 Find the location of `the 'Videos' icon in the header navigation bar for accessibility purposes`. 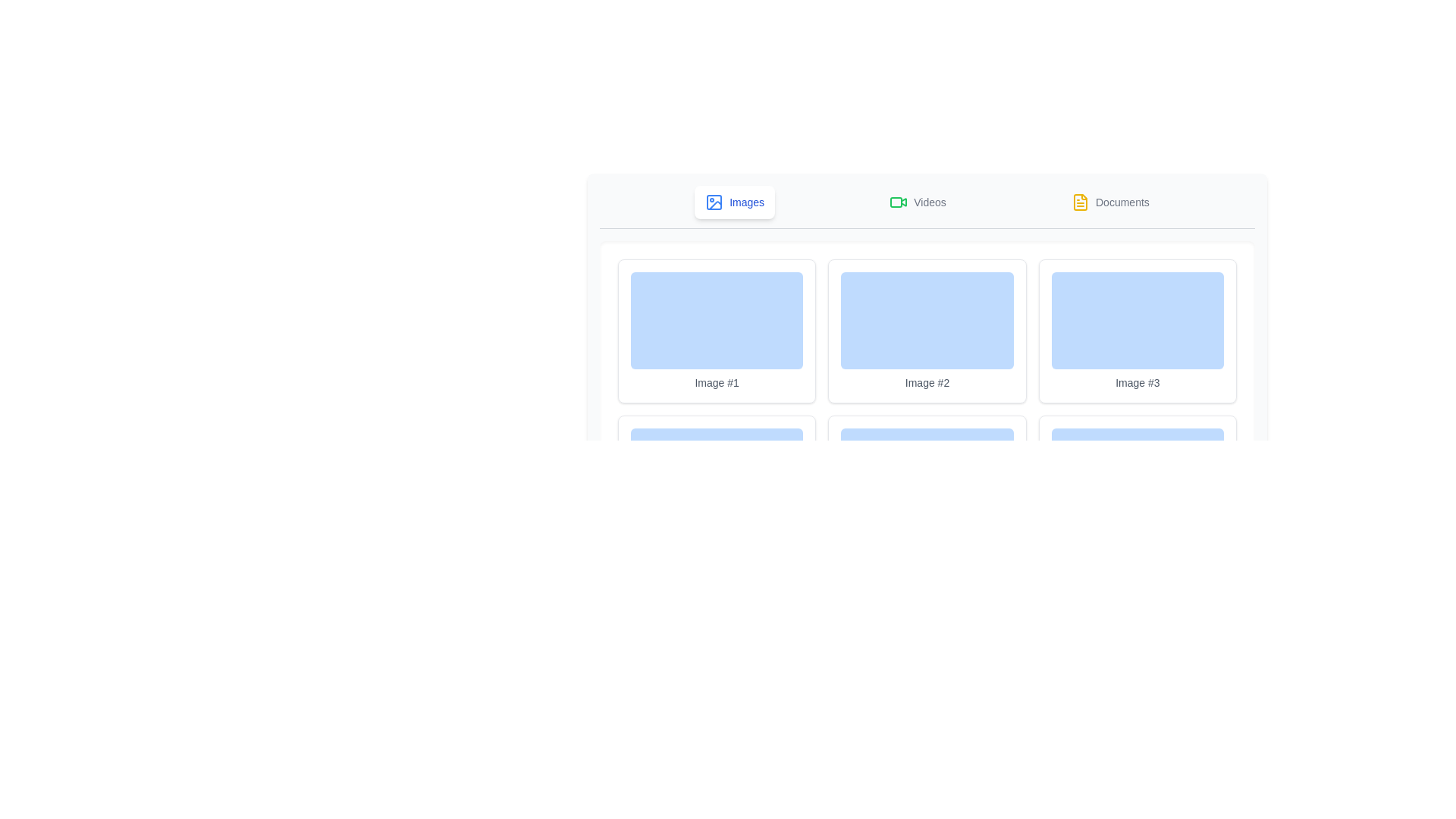

the 'Videos' icon in the header navigation bar for accessibility purposes is located at coordinates (899, 201).